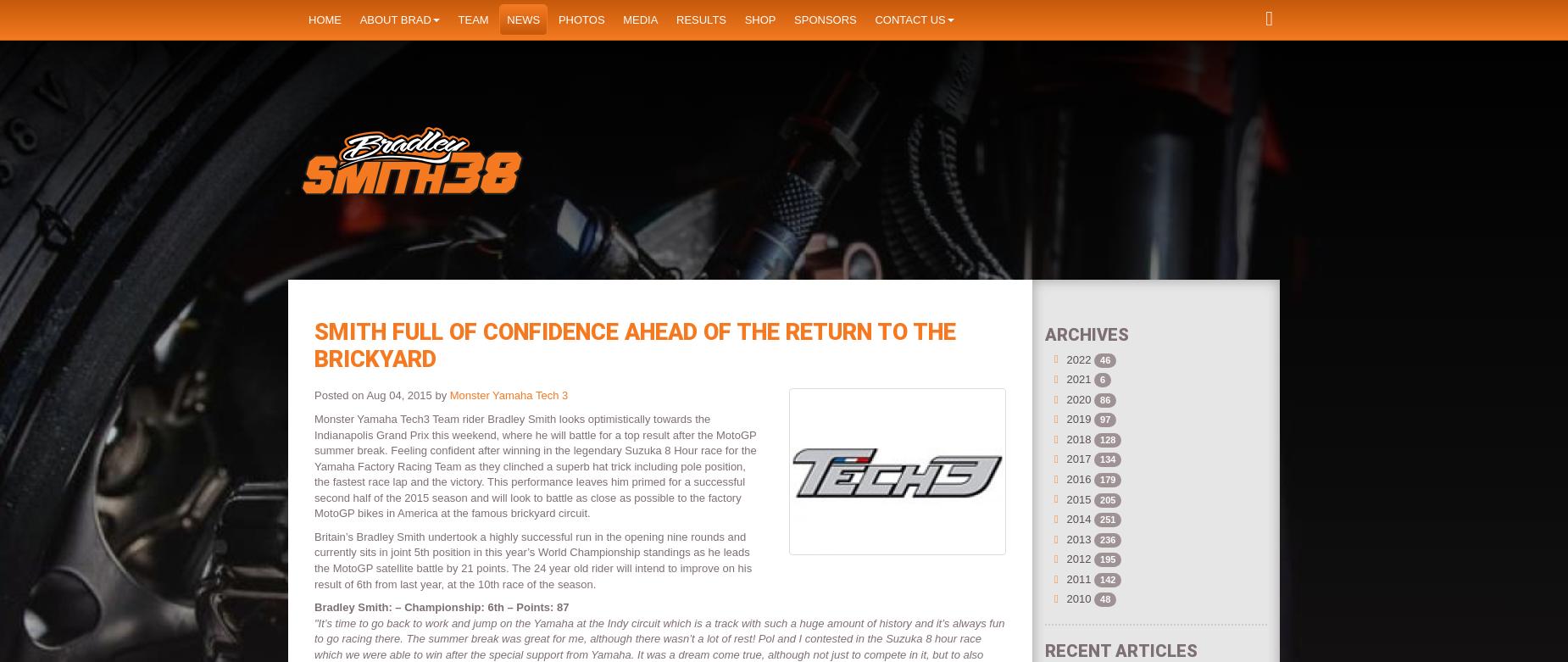  I want to click on 'Bradley Smith: – Championship: 6th – Points: 87', so click(441, 606).